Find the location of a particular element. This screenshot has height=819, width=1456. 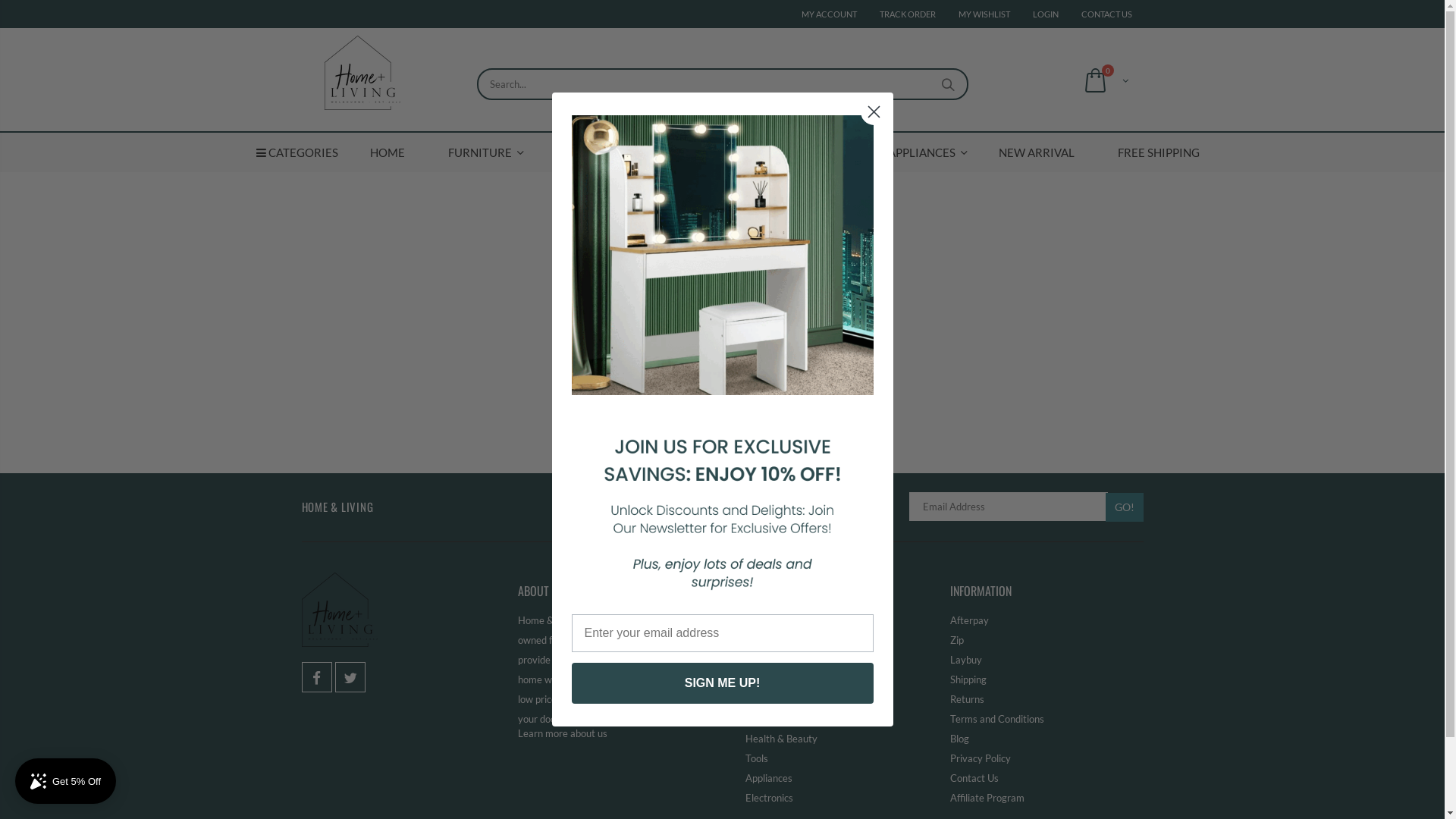

'0' is located at coordinates (1103, 79).